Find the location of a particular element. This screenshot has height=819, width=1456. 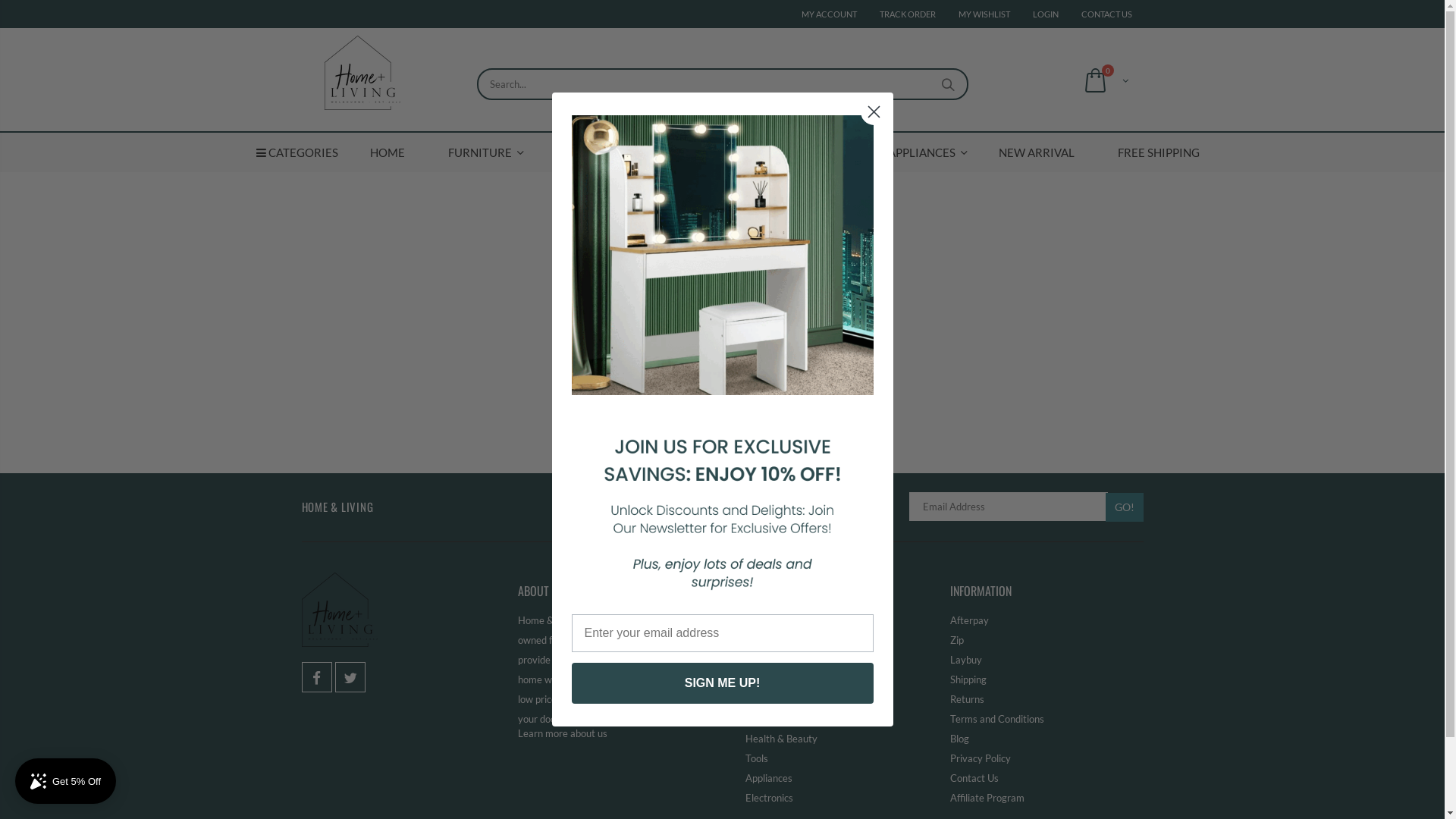

'0' is located at coordinates (1103, 79).